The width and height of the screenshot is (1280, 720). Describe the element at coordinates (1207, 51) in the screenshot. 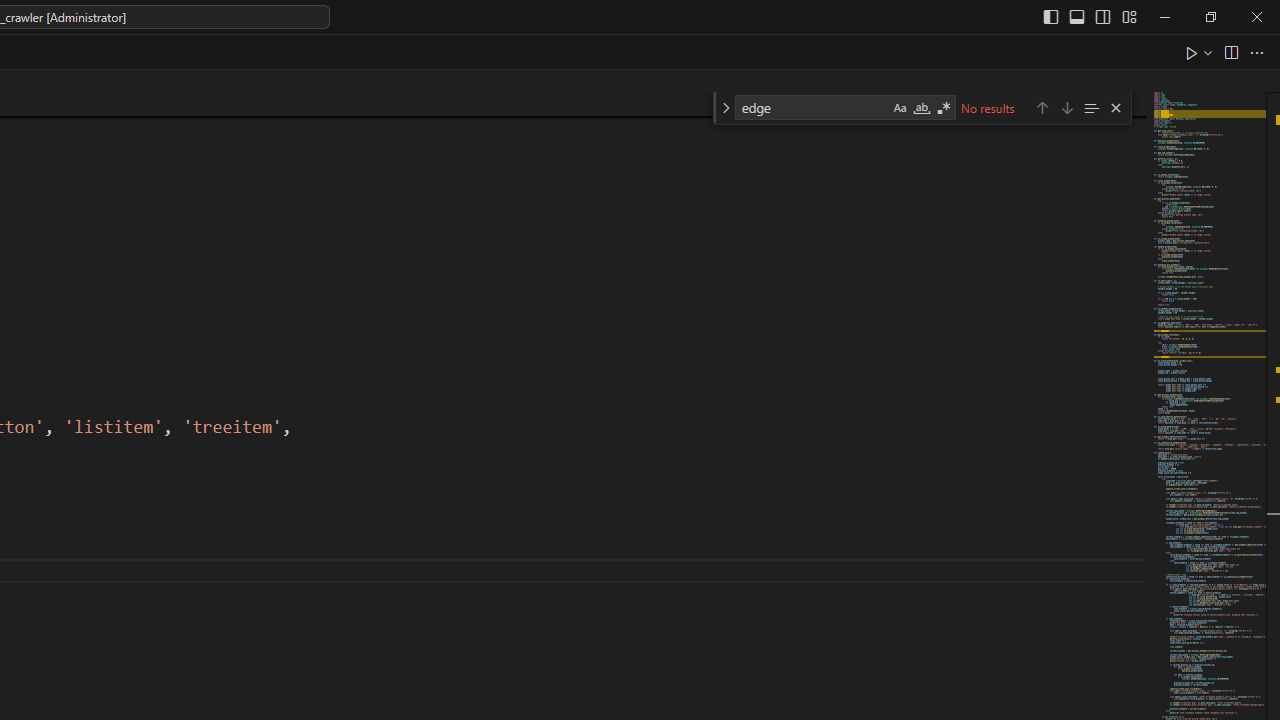

I see `'Run or Debug...'` at that location.